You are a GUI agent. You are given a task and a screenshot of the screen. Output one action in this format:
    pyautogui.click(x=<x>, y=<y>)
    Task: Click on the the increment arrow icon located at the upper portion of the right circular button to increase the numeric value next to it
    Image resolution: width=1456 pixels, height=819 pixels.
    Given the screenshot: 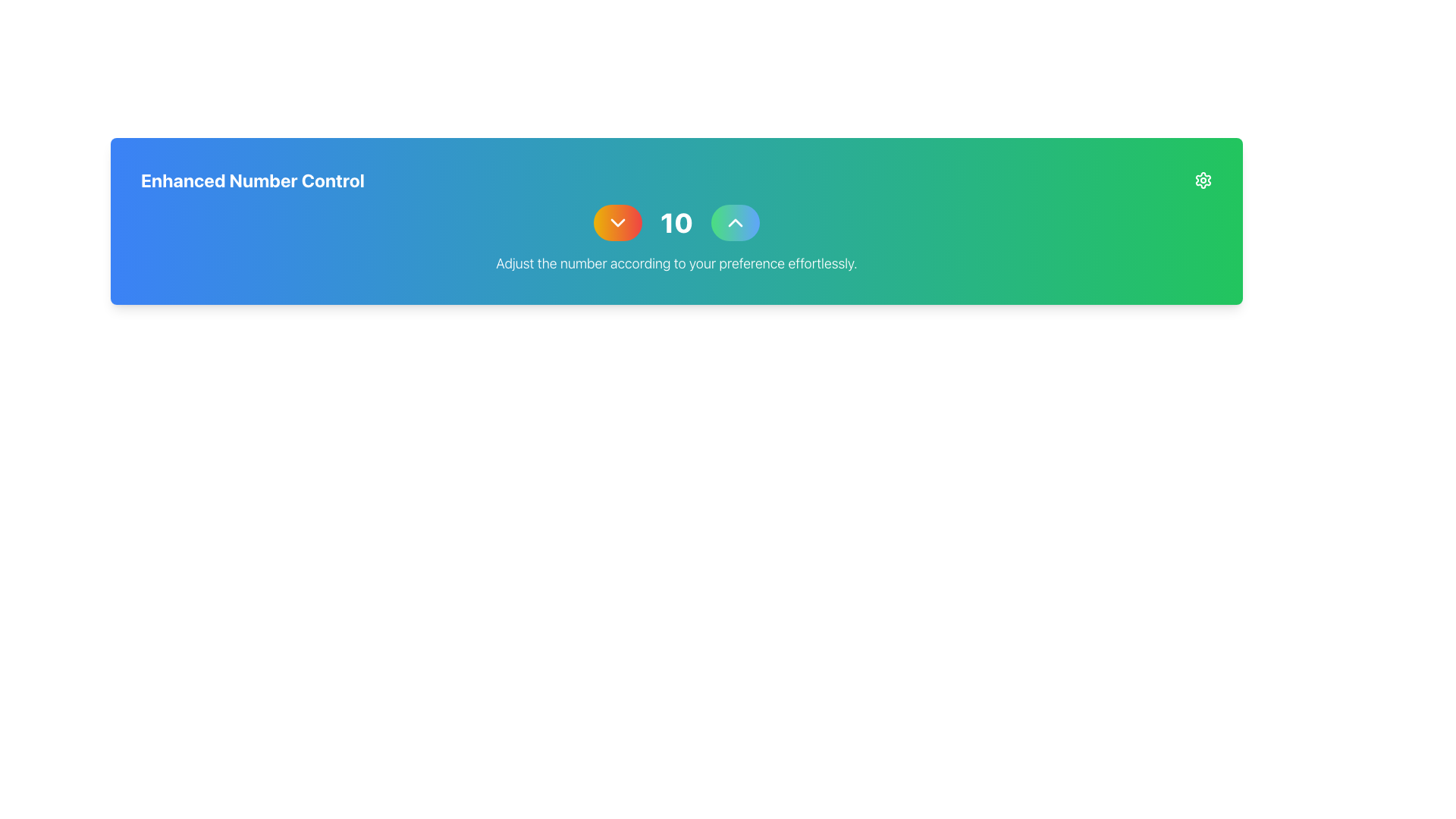 What is the action you would take?
    pyautogui.click(x=735, y=222)
    